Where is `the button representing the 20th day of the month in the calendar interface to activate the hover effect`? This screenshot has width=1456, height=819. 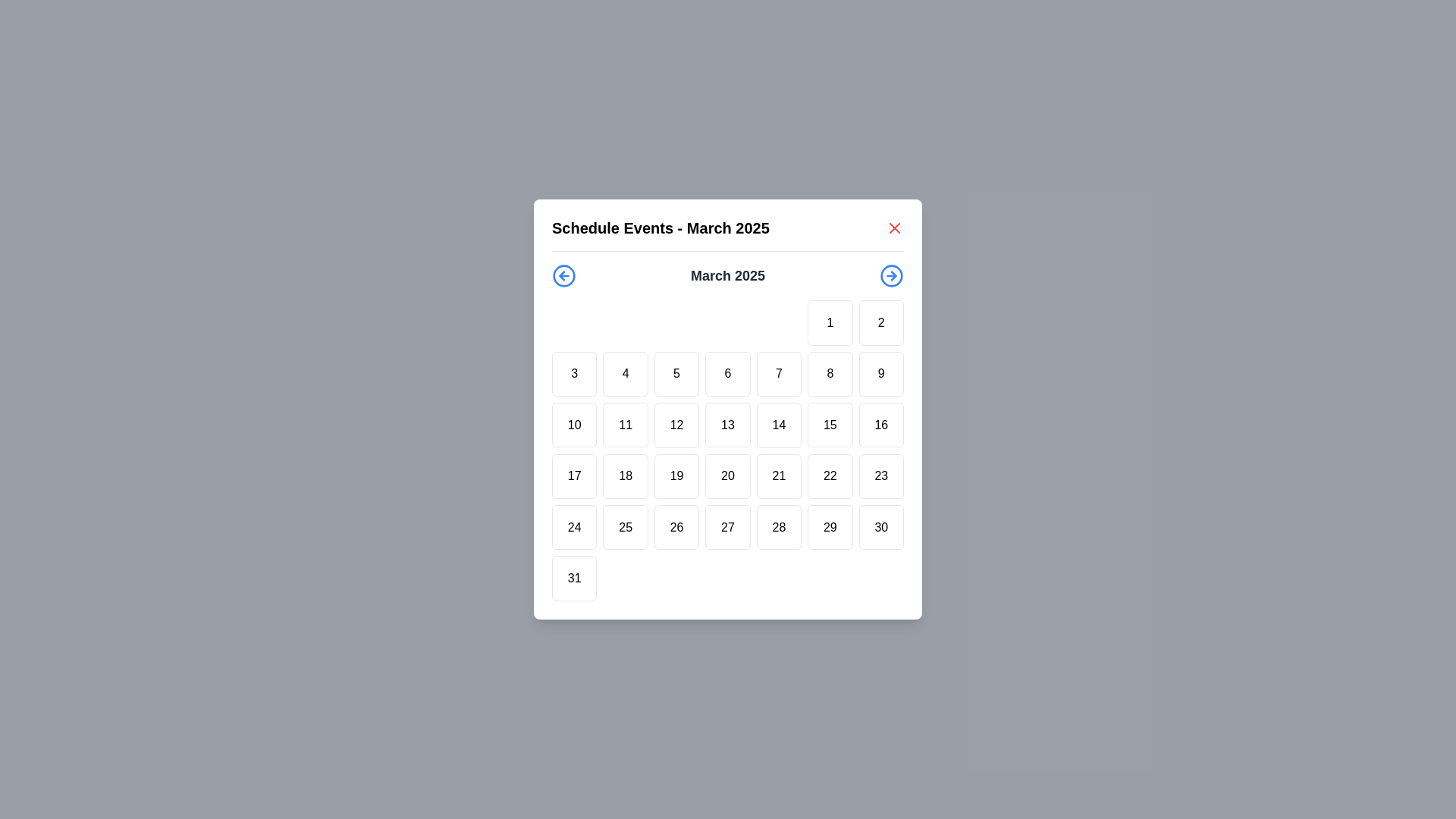
the button representing the 20th day of the month in the calendar interface to activate the hover effect is located at coordinates (728, 475).